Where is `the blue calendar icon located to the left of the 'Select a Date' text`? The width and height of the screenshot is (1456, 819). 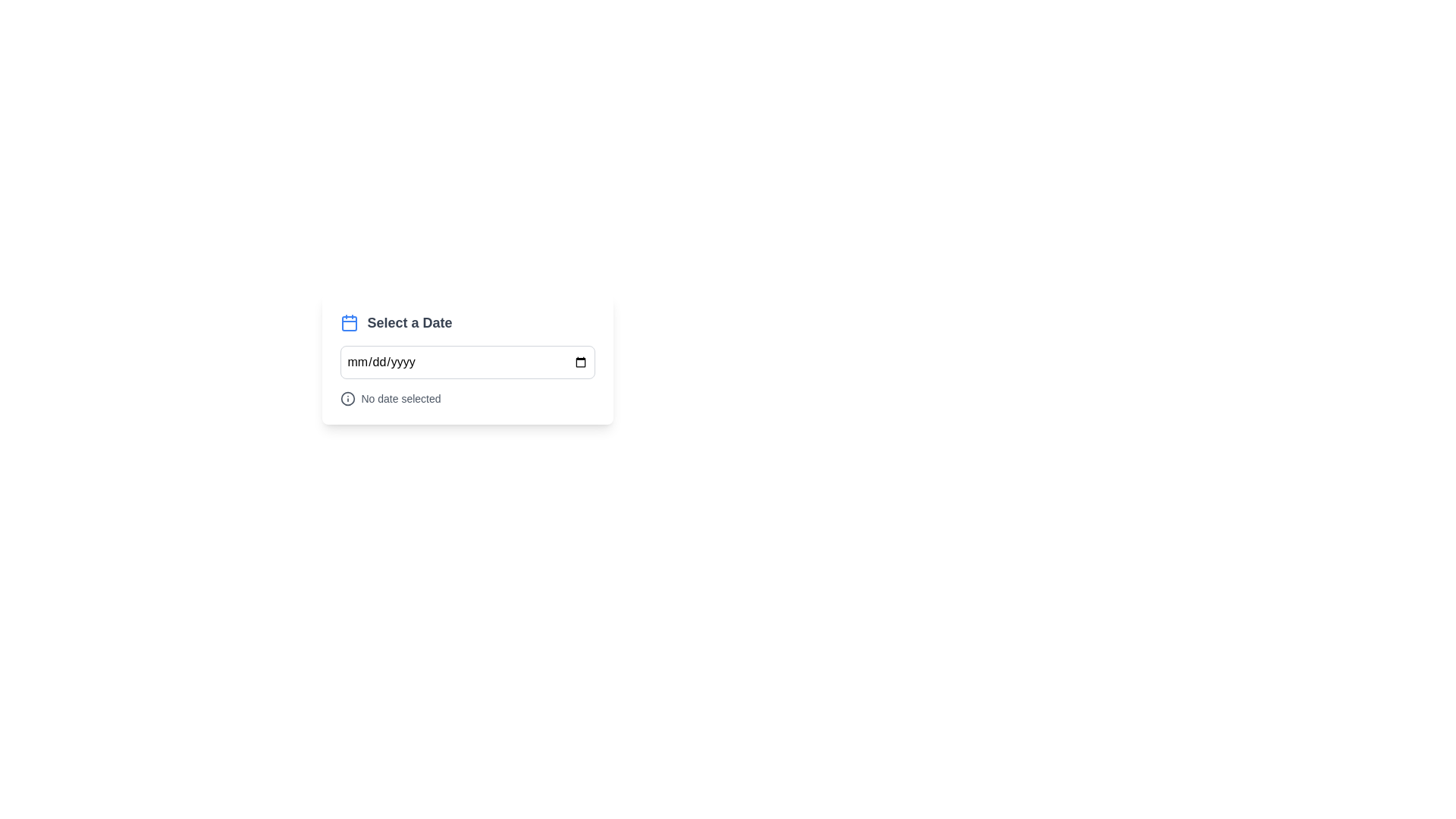
the blue calendar icon located to the left of the 'Select a Date' text is located at coordinates (348, 322).